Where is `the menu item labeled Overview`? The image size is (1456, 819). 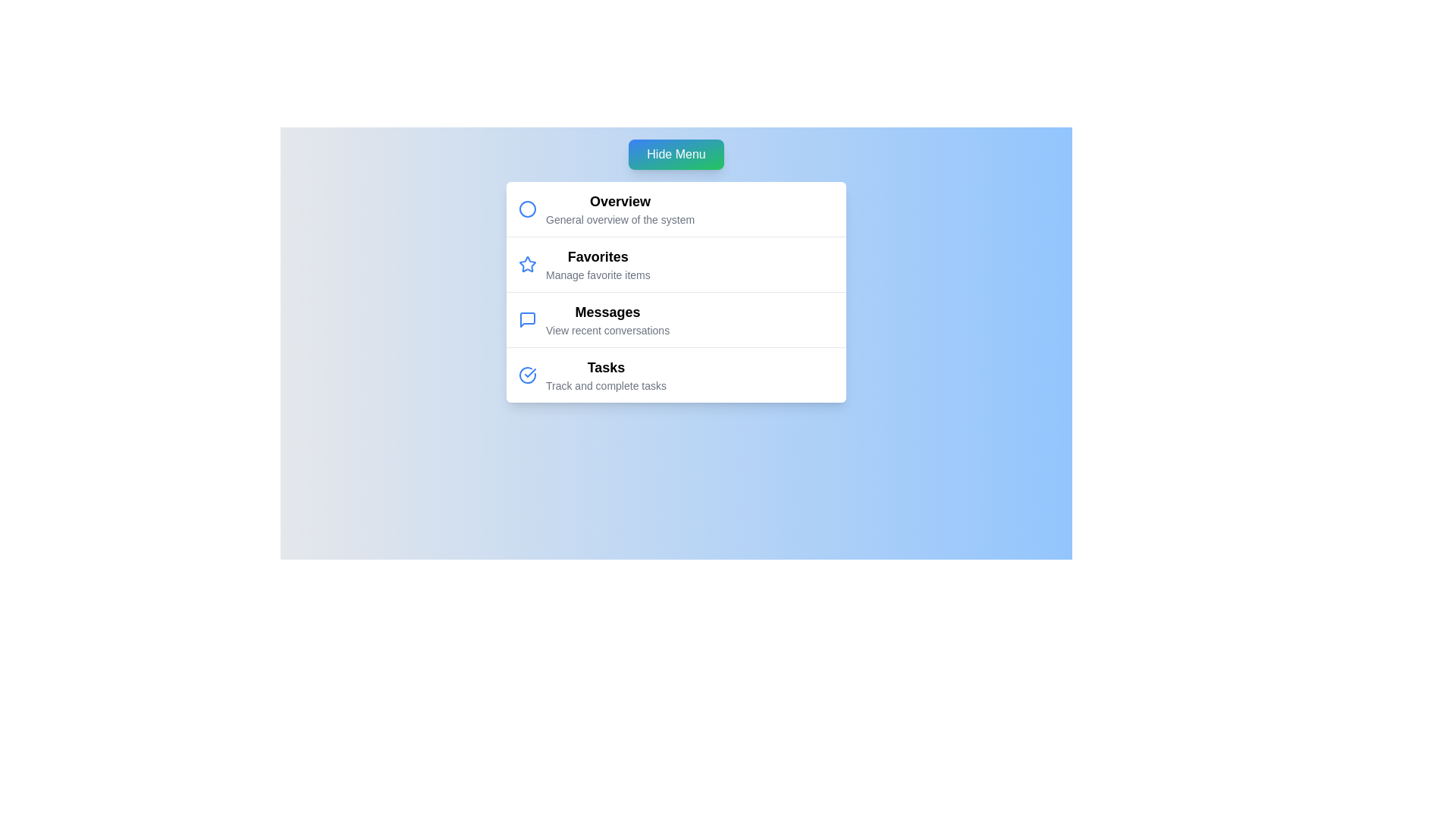 the menu item labeled Overview is located at coordinates (620, 201).